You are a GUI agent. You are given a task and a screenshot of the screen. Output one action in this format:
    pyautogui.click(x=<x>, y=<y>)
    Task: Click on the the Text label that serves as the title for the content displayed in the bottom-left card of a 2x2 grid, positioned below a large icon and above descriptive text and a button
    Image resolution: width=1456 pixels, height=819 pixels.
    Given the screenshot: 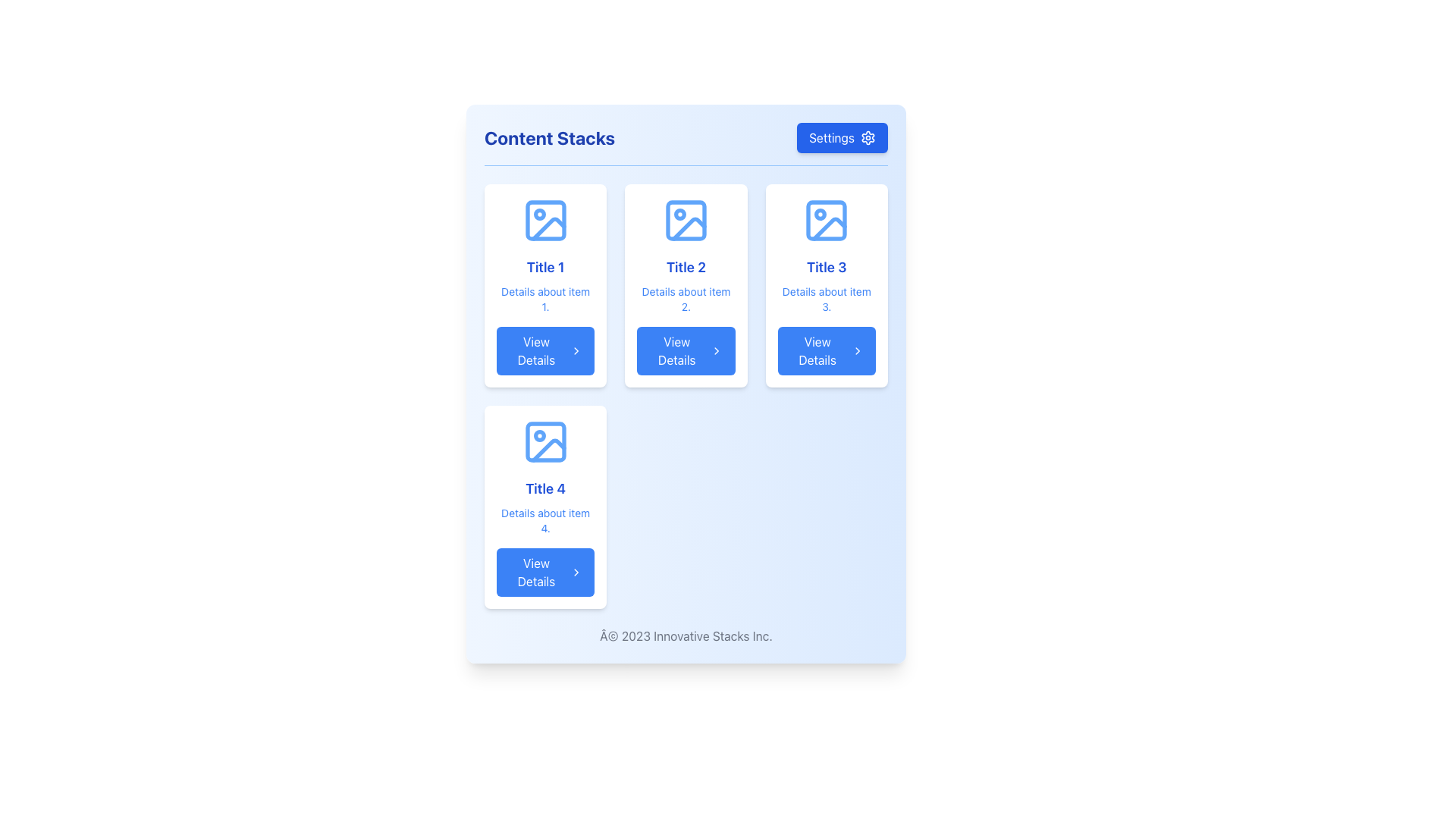 What is the action you would take?
    pyautogui.click(x=545, y=488)
    